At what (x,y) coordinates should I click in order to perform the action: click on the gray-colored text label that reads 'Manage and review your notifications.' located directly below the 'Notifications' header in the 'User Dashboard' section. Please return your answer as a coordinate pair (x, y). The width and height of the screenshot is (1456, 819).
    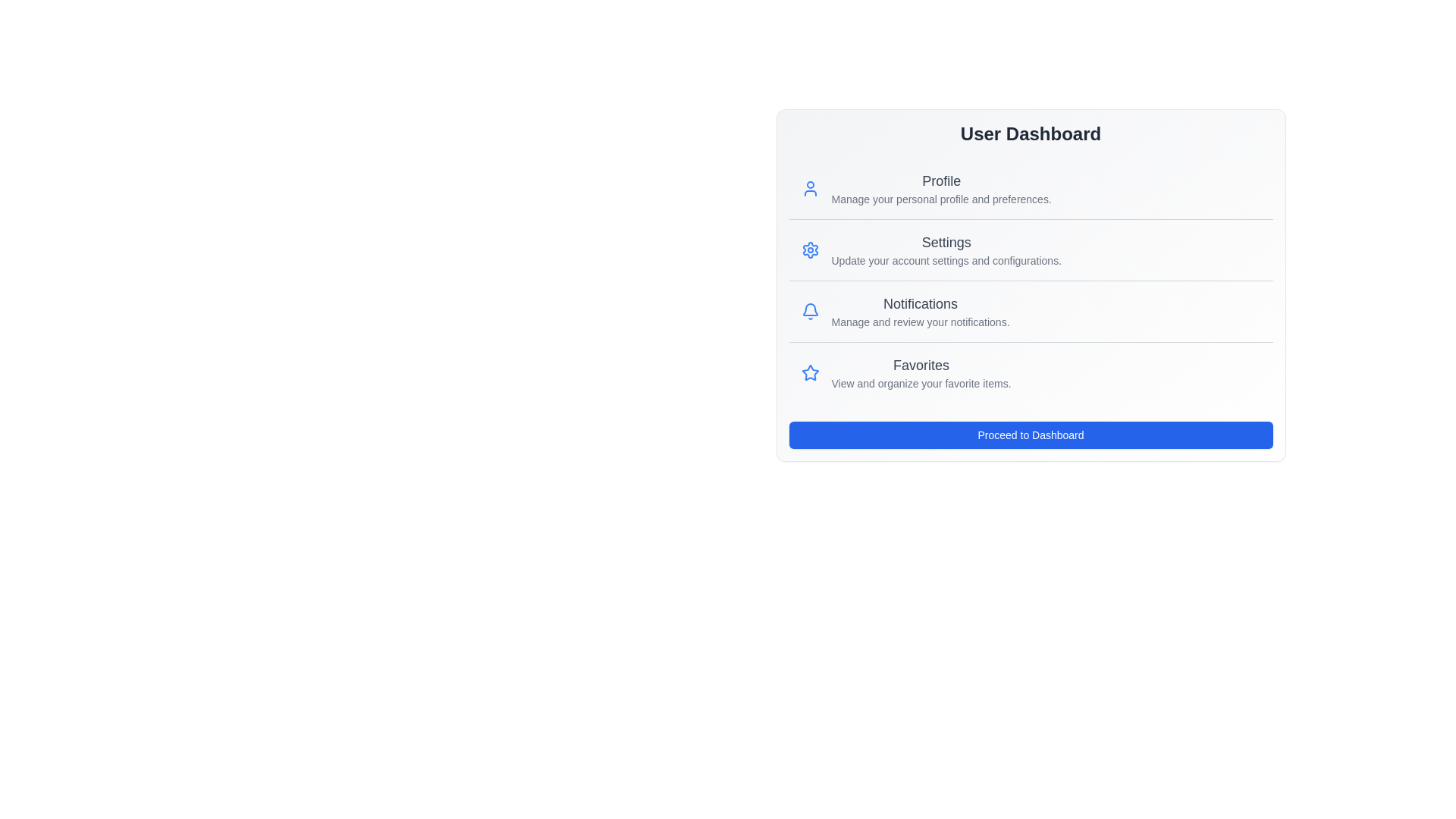
    Looking at the image, I should click on (920, 321).